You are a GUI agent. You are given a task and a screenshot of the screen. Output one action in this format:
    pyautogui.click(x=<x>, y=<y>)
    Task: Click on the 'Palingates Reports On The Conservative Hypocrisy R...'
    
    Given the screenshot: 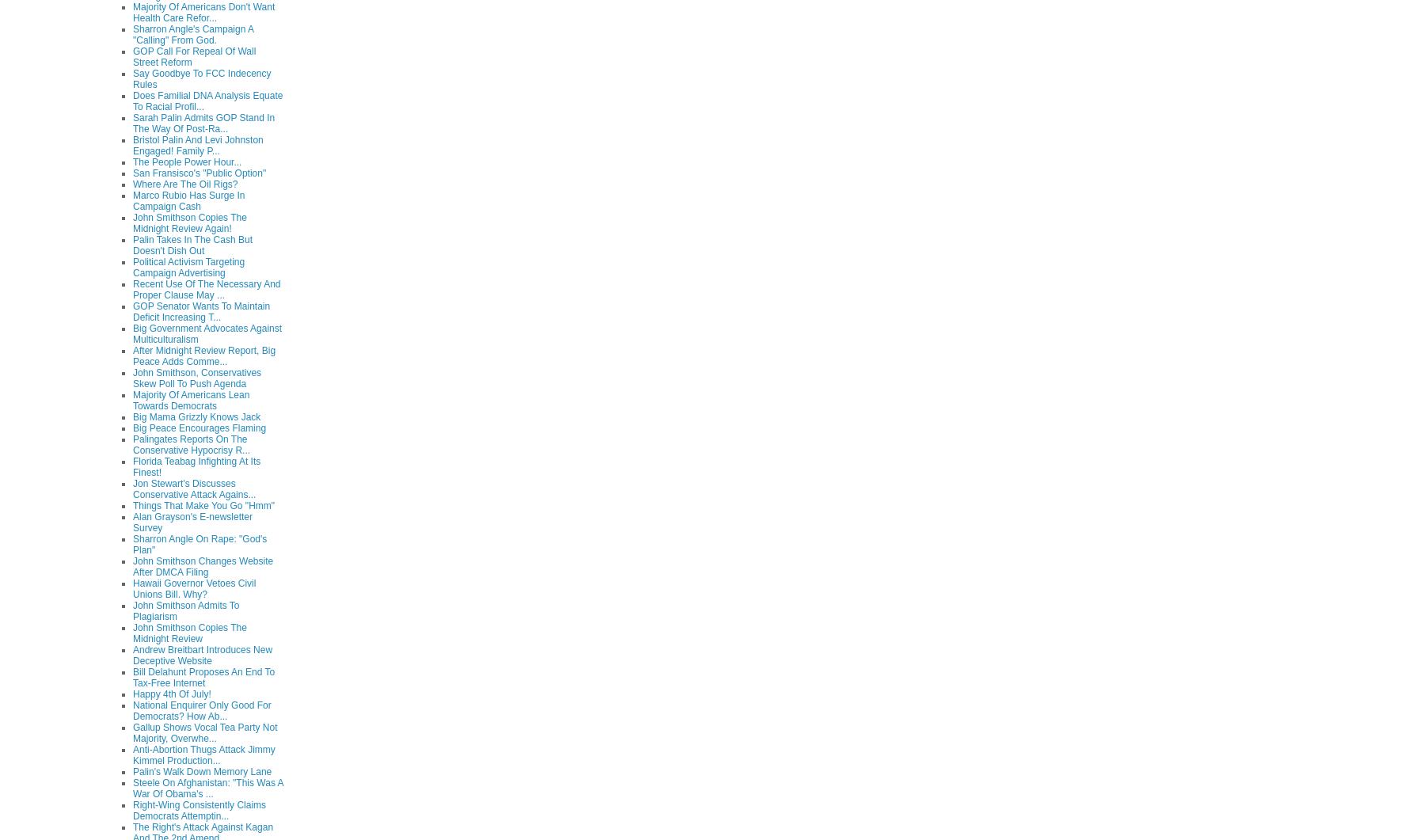 What is the action you would take?
    pyautogui.click(x=191, y=443)
    